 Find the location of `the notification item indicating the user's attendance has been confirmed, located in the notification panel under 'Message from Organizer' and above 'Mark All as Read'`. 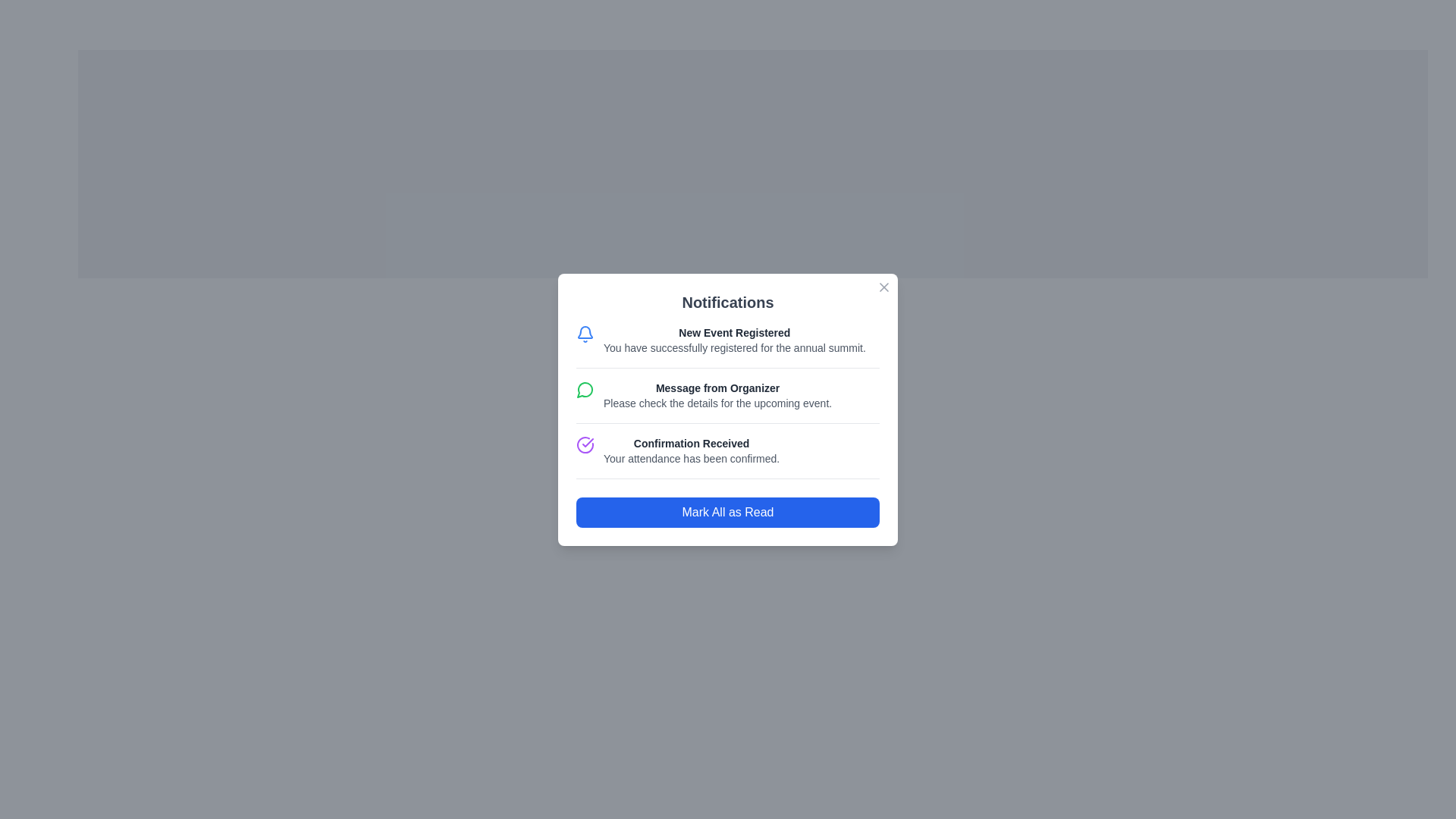

the notification item indicating the user's attendance has been confirmed, located in the notification panel under 'Message from Organizer' and above 'Mark All as Read' is located at coordinates (728, 456).